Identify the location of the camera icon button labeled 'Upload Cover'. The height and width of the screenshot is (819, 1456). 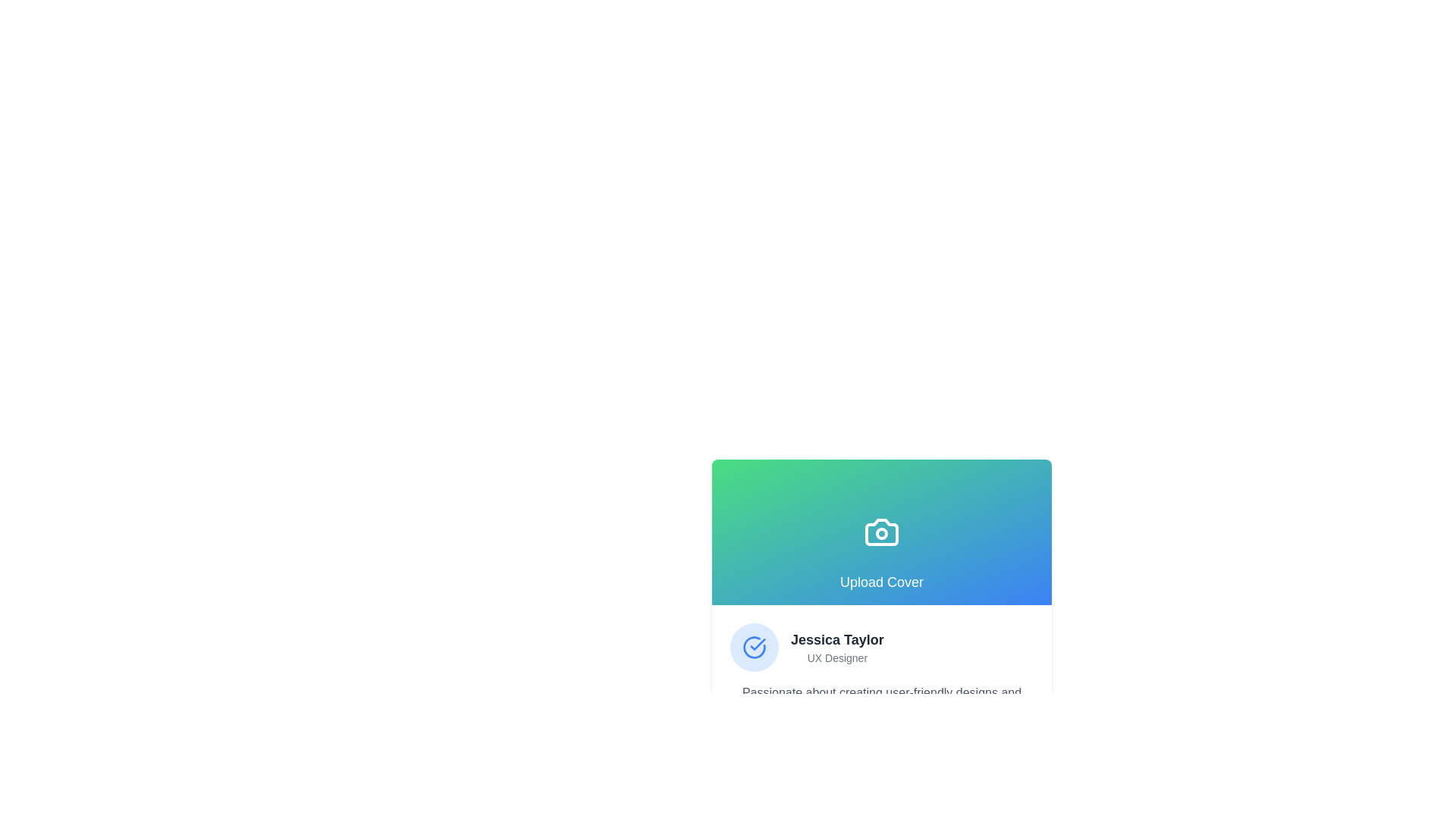
(881, 532).